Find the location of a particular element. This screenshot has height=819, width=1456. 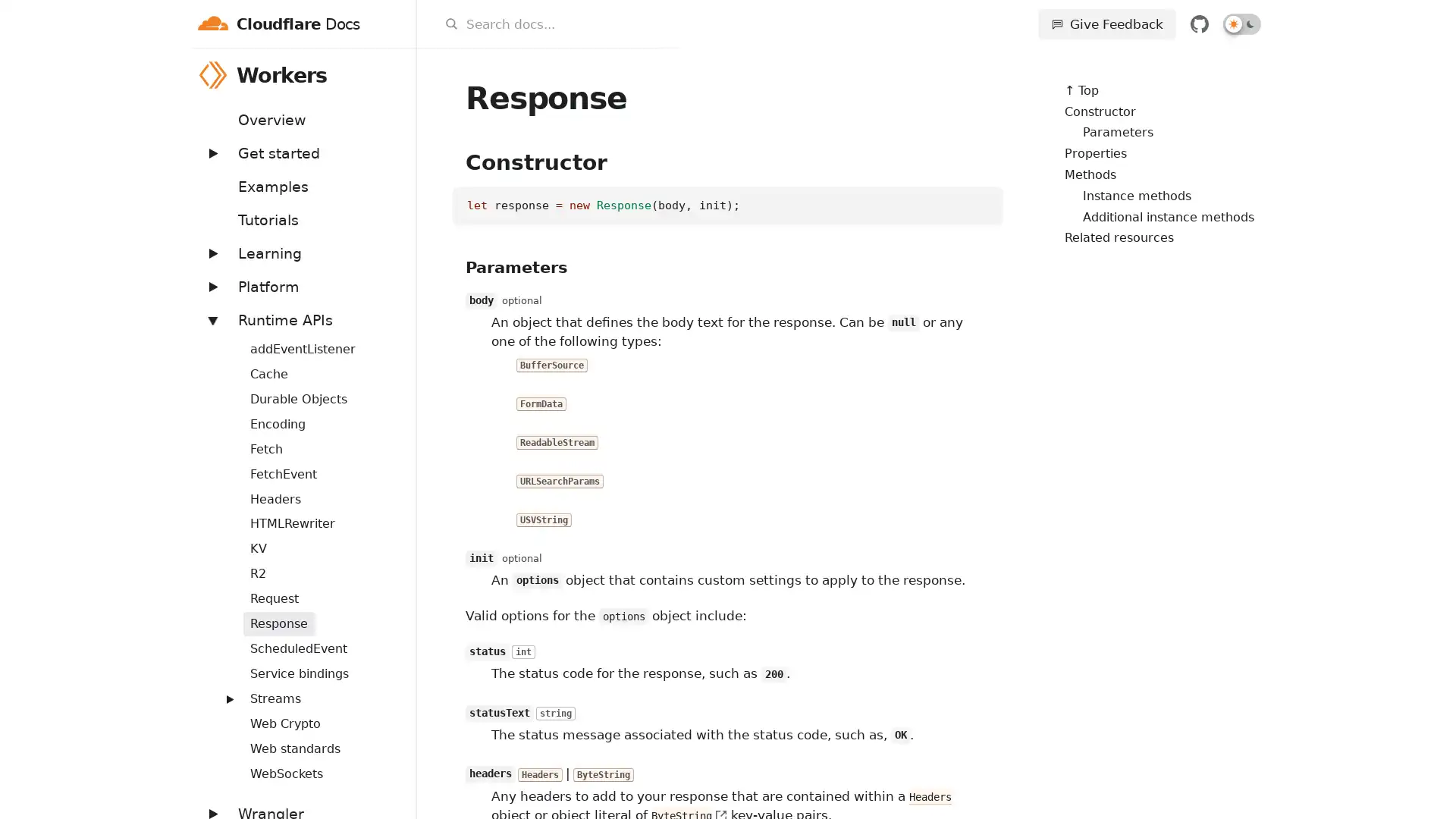

Expand: Runtime APIs is located at coordinates (211, 318).